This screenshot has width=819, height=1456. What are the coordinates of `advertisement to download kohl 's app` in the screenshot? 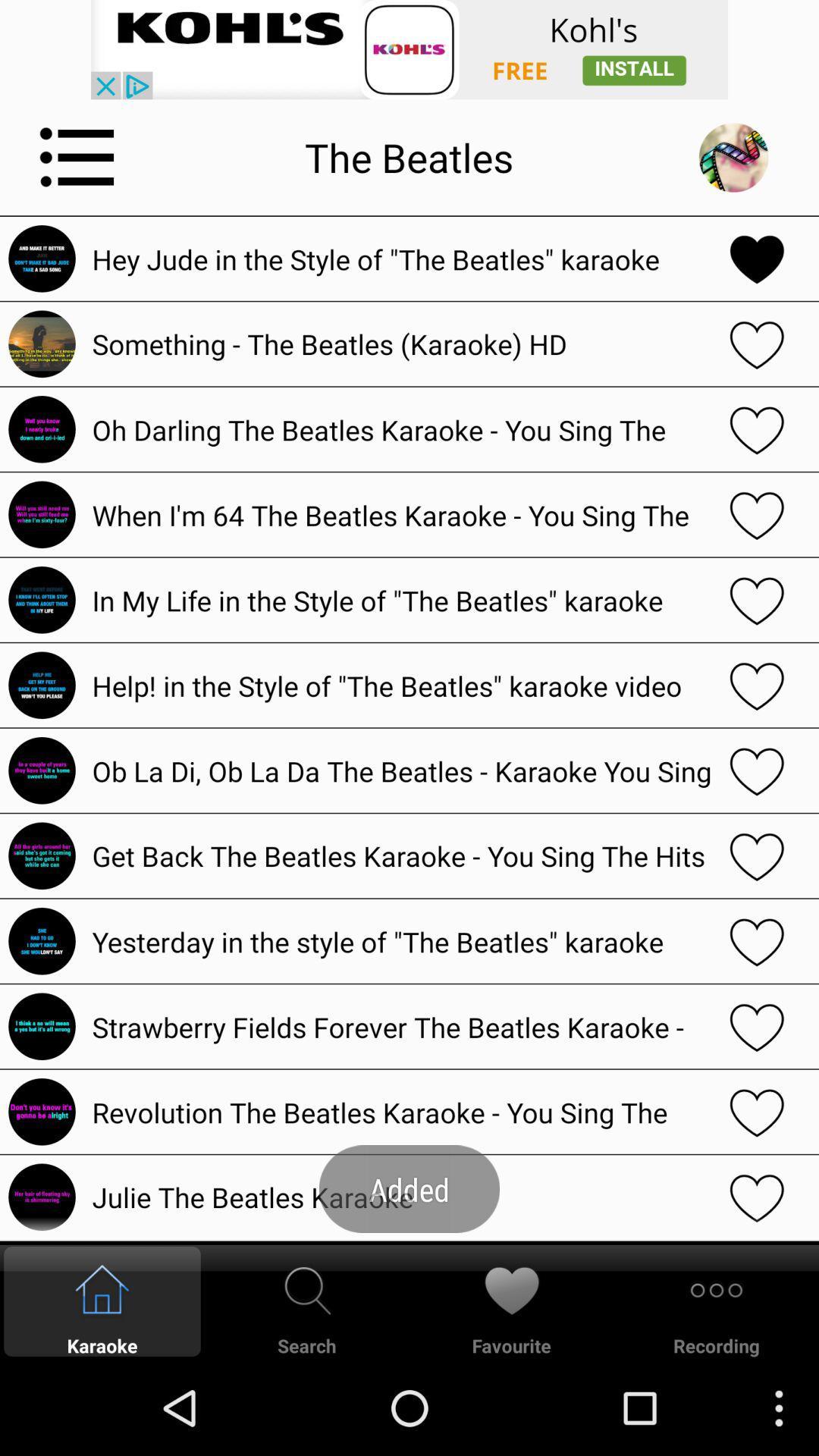 It's located at (409, 49).